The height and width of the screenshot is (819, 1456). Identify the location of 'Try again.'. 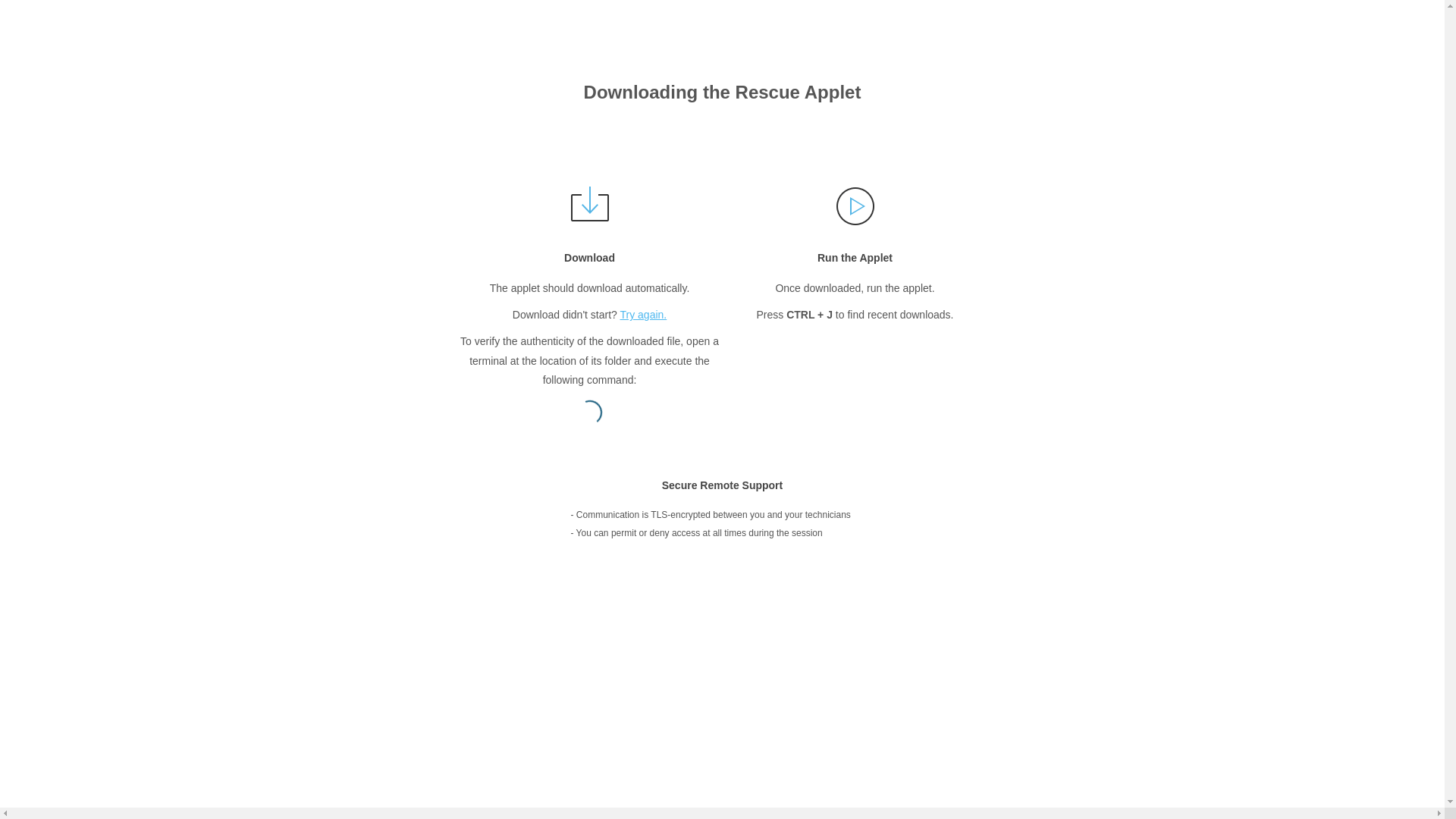
(620, 314).